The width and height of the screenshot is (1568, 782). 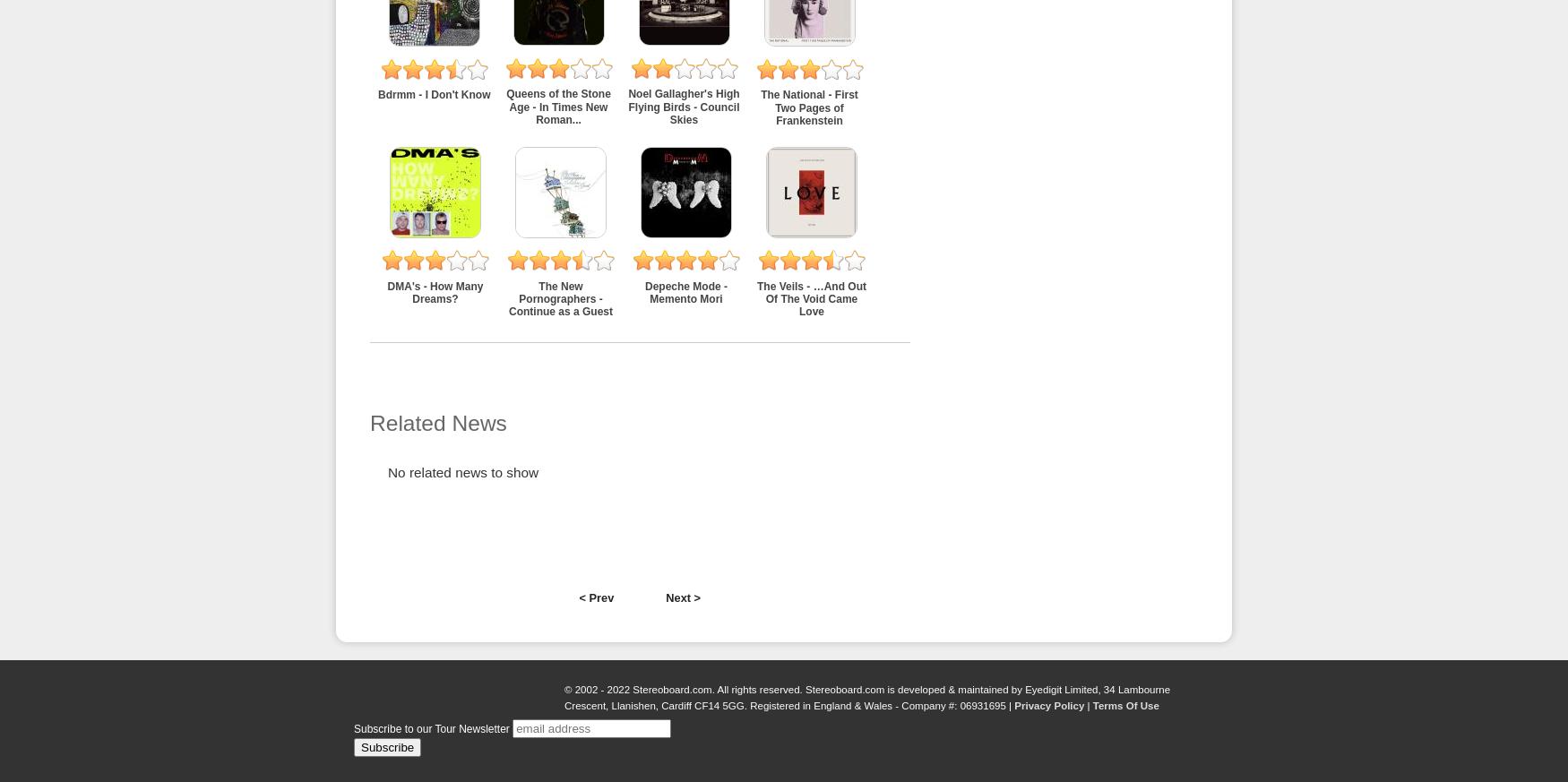 What do you see at coordinates (1047, 705) in the screenshot?
I see `'Privacy Policy'` at bounding box center [1047, 705].